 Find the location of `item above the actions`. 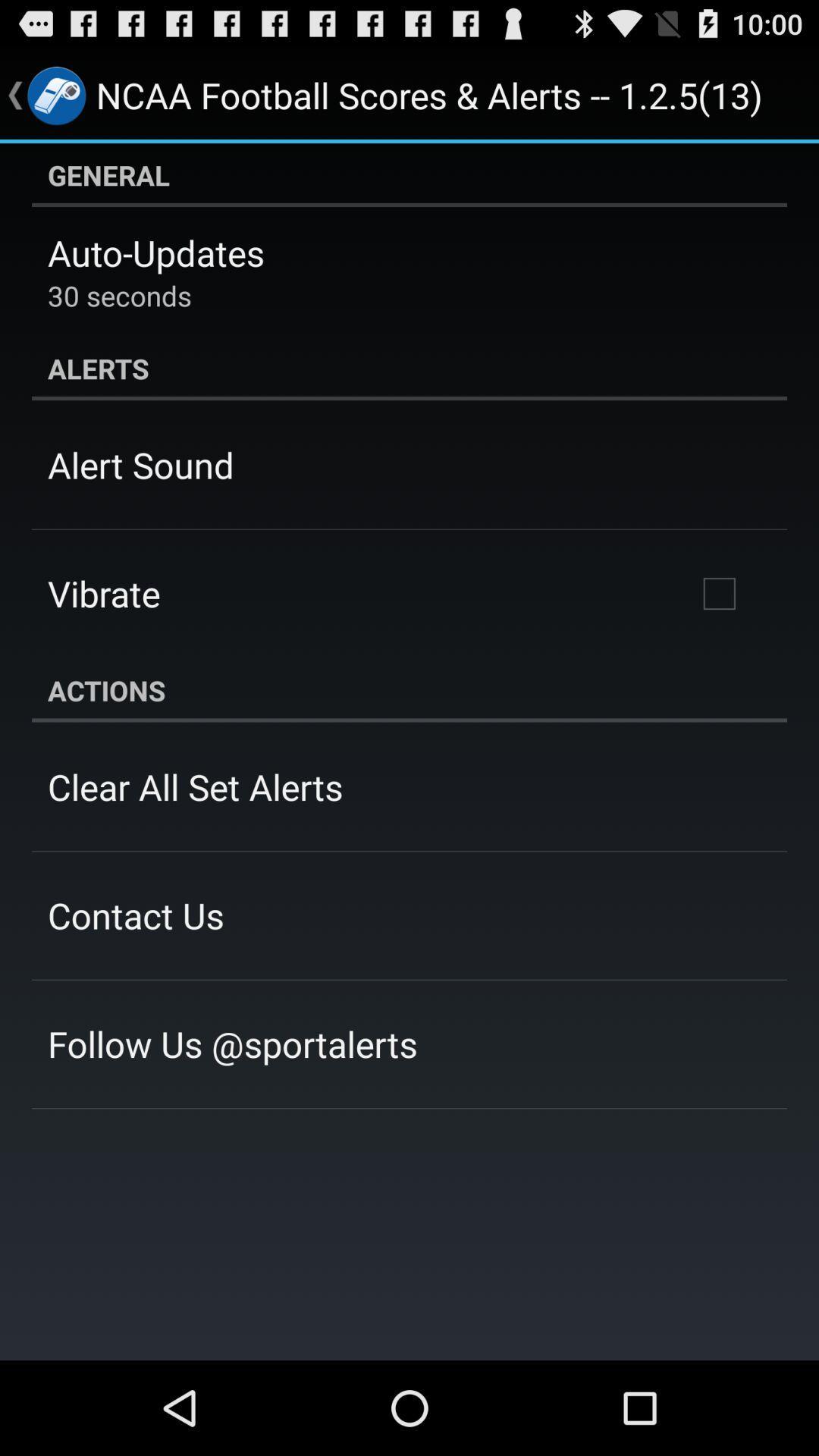

item above the actions is located at coordinates (718, 592).